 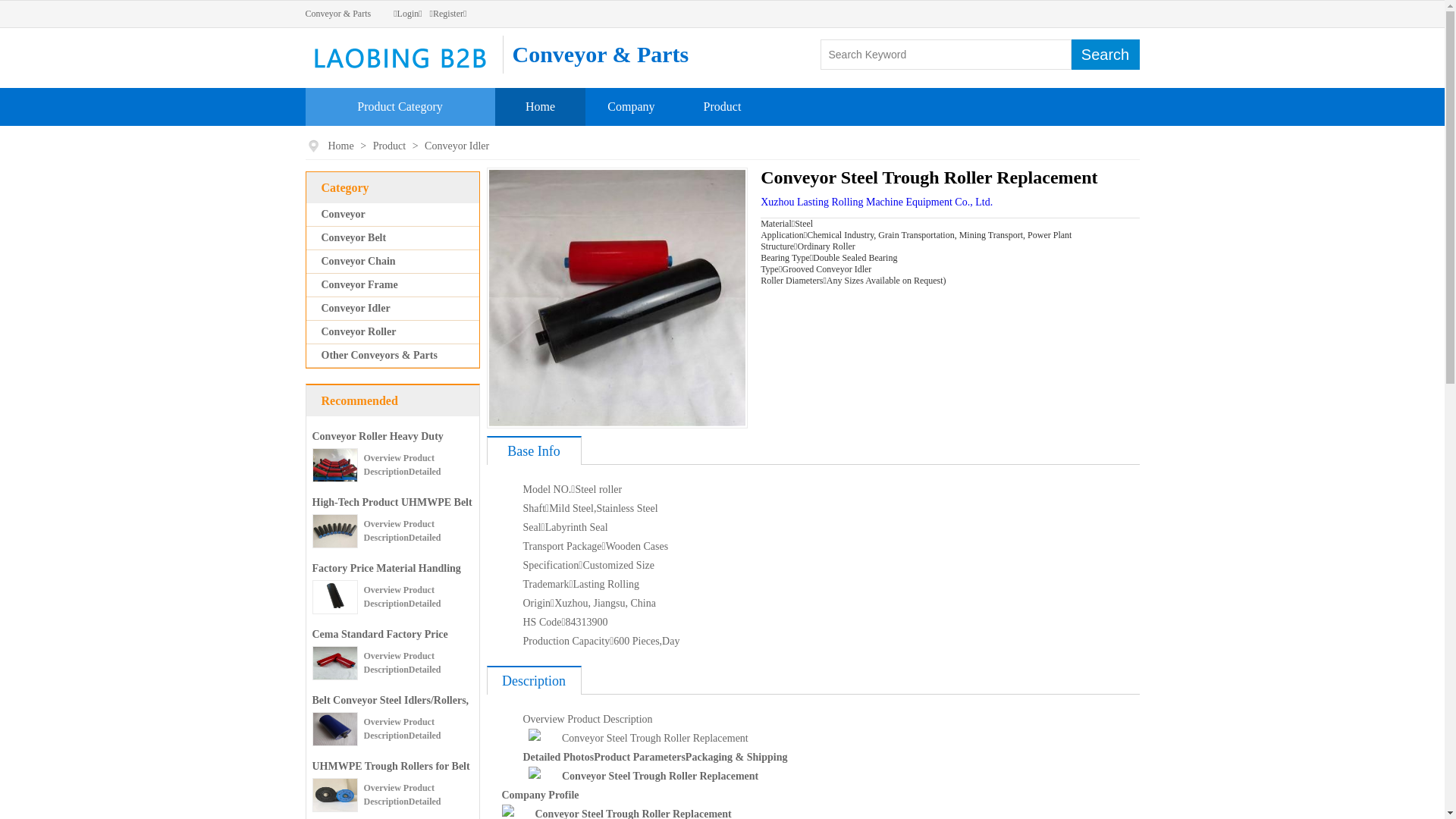 I want to click on 'Conveyor Idler', so click(x=320, y=307).